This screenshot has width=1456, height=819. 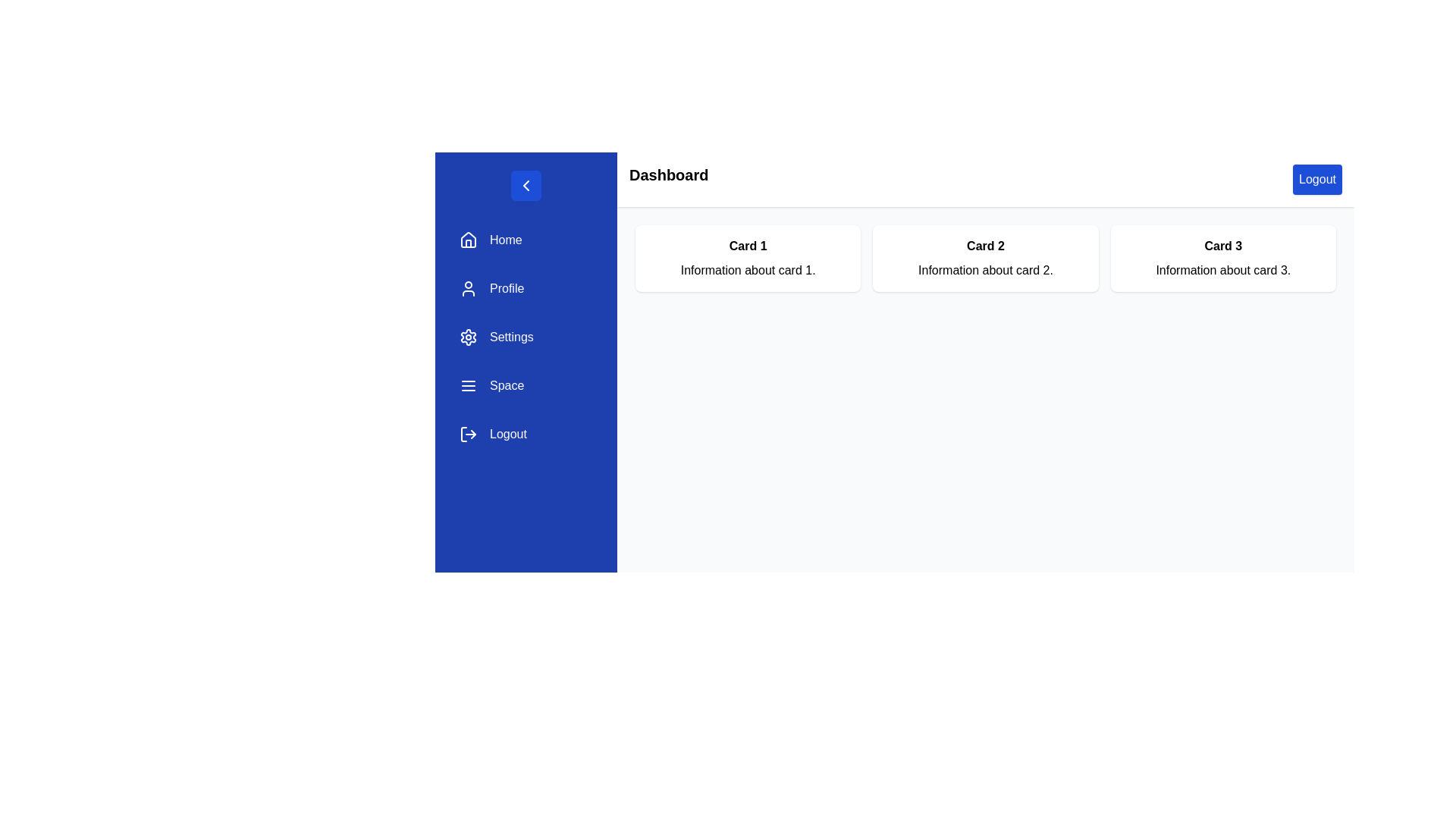 What do you see at coordinates (468, 336) in the screenshot?
I see `the settings icon located to the left of the 'Settings' text in the vertical navigation menu` at bounding box center [468, 336].